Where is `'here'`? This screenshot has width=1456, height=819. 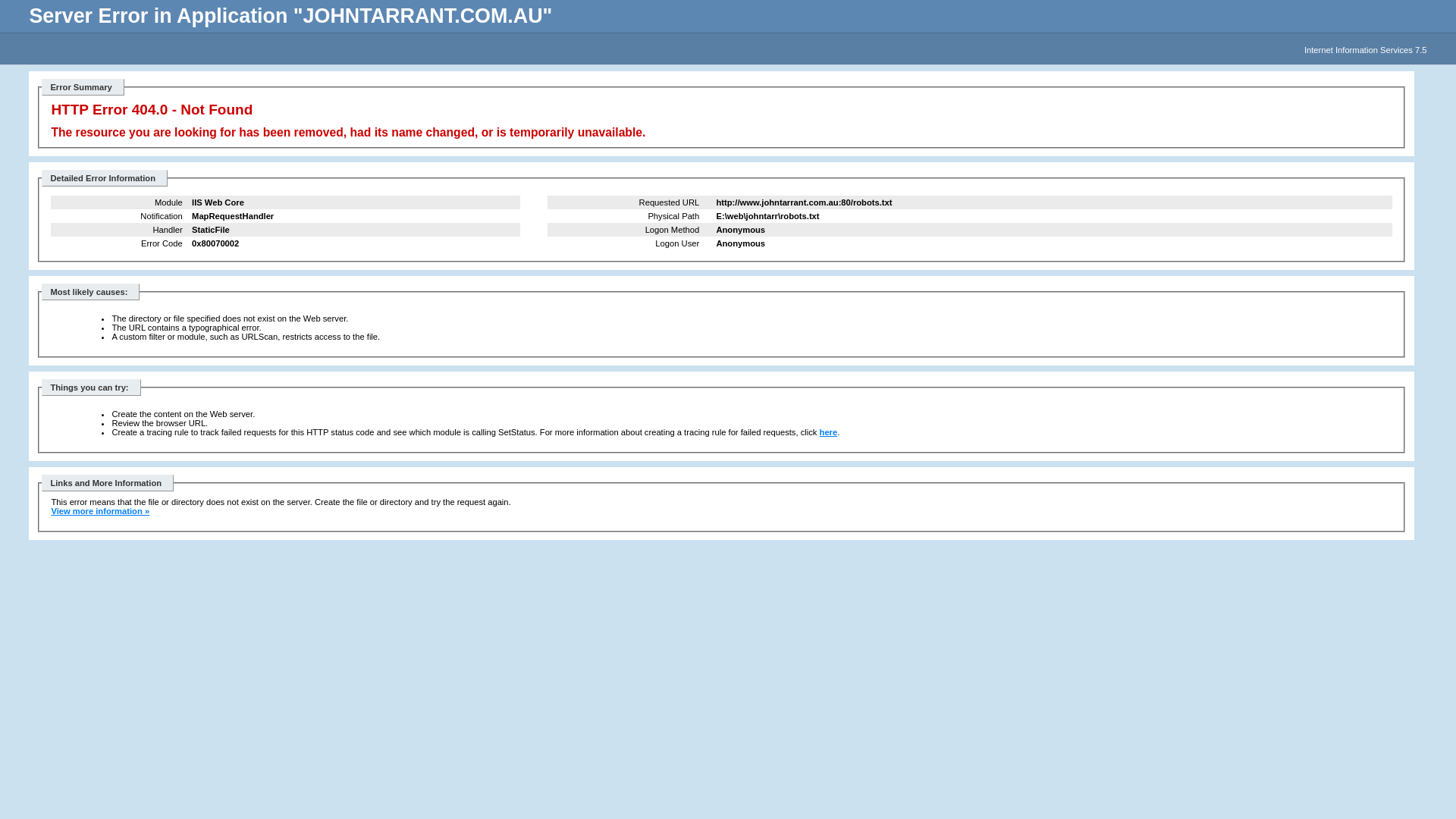 'here' is located at coordinates (828, 432).